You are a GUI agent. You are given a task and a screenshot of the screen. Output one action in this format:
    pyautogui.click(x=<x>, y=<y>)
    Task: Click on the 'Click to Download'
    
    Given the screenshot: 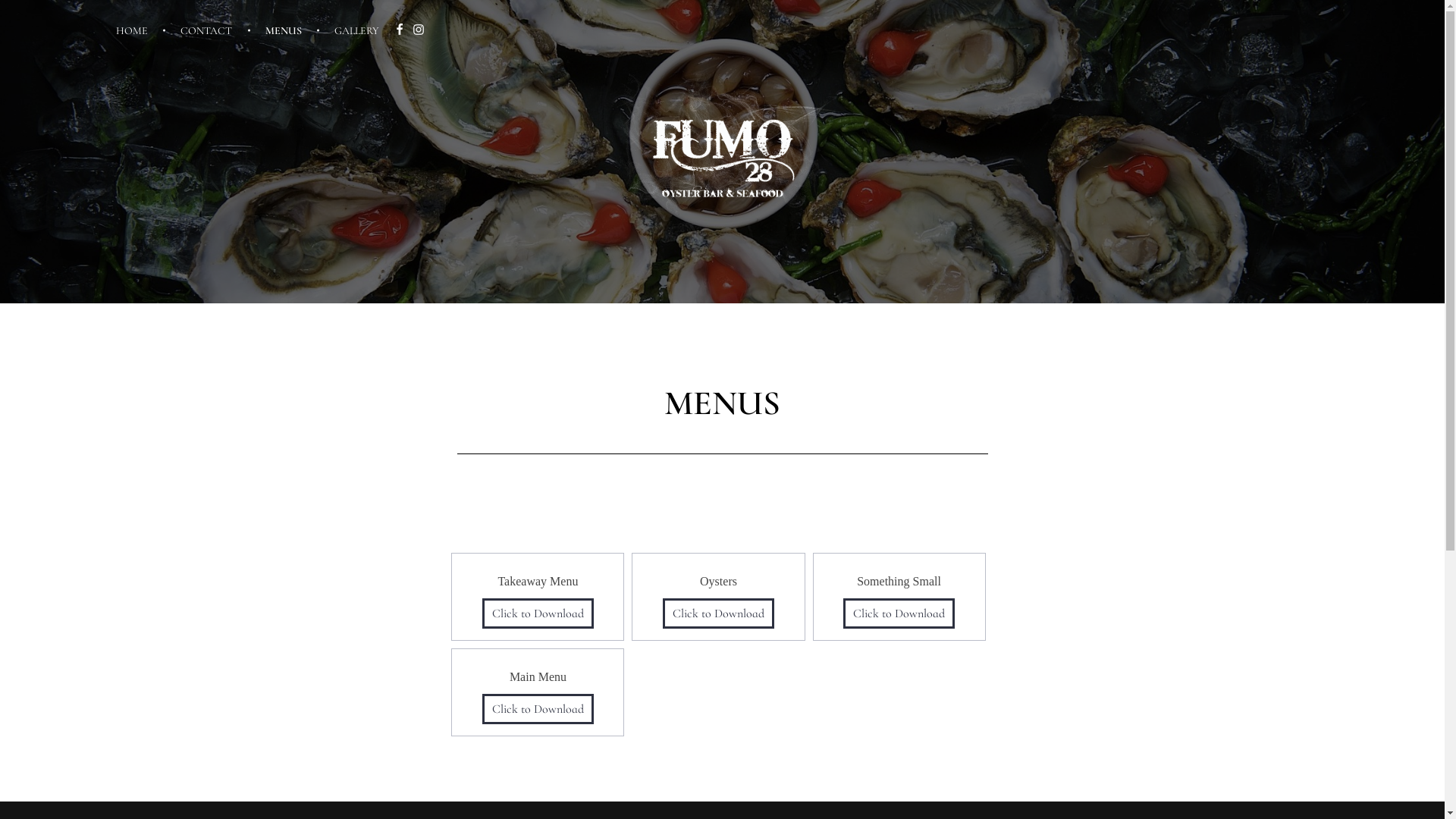 What is the action you would take?
    pyautogui.click(x=843, y=613)
    